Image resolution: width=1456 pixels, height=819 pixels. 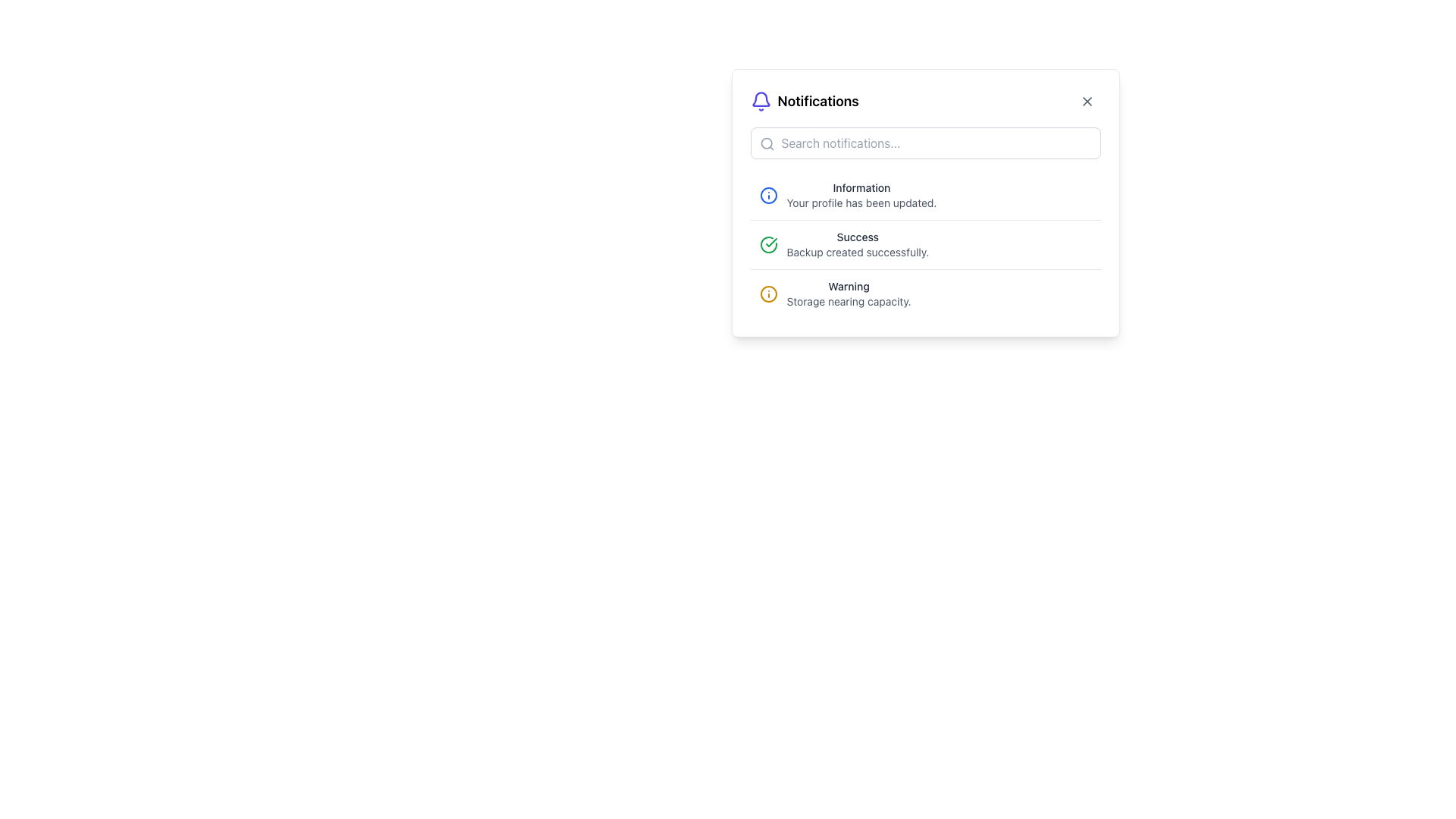 What do you see at coordinates (861, 195) in the screenshot?
I see `the text block that provides feedback about the profile update, located in the upper section of the notification panel, to the right of an icon` at bounding box center [861, 195].